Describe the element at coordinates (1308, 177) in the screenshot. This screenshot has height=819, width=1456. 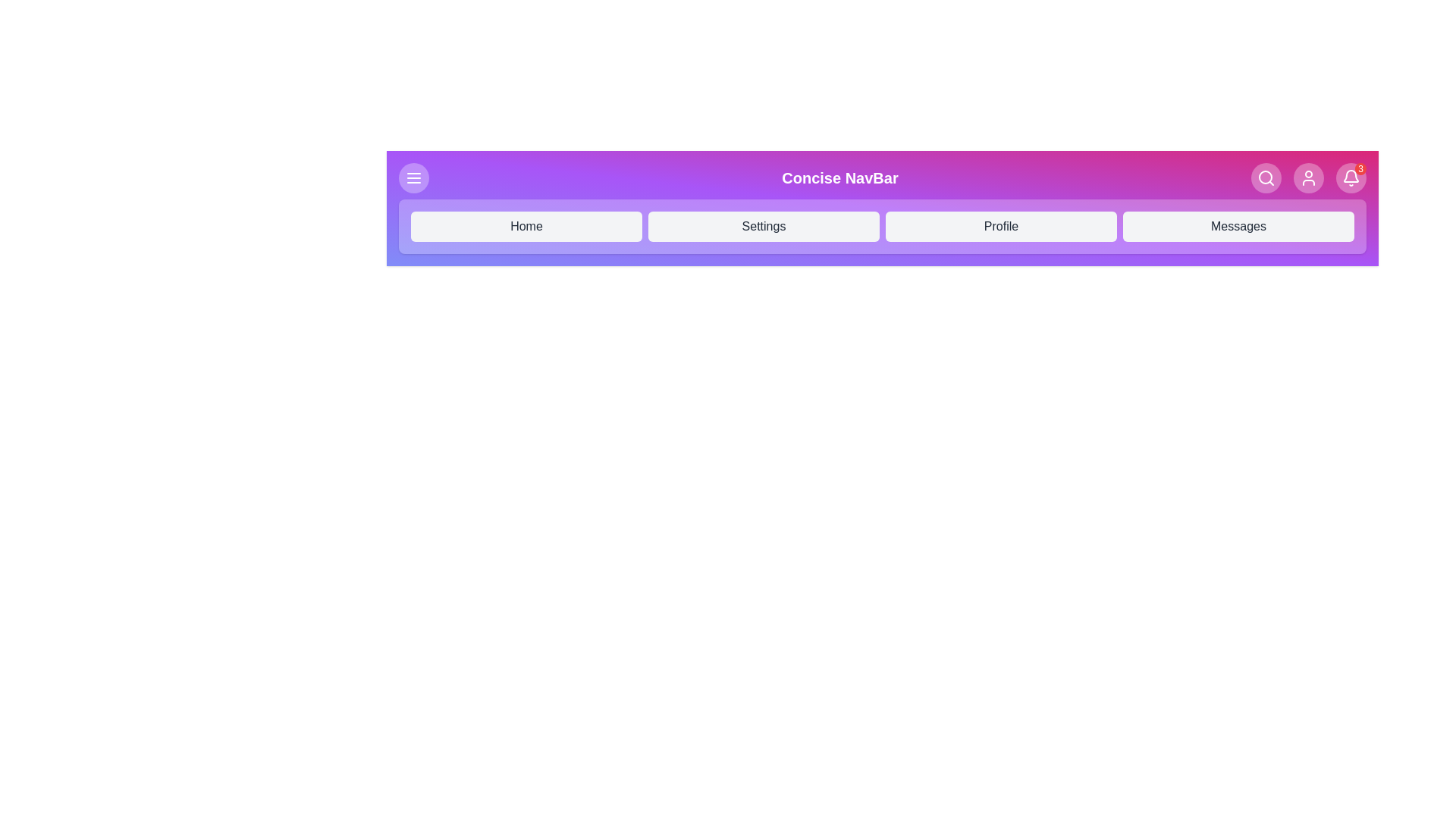
I see `the user profile icon to access the user profile options` at that location.